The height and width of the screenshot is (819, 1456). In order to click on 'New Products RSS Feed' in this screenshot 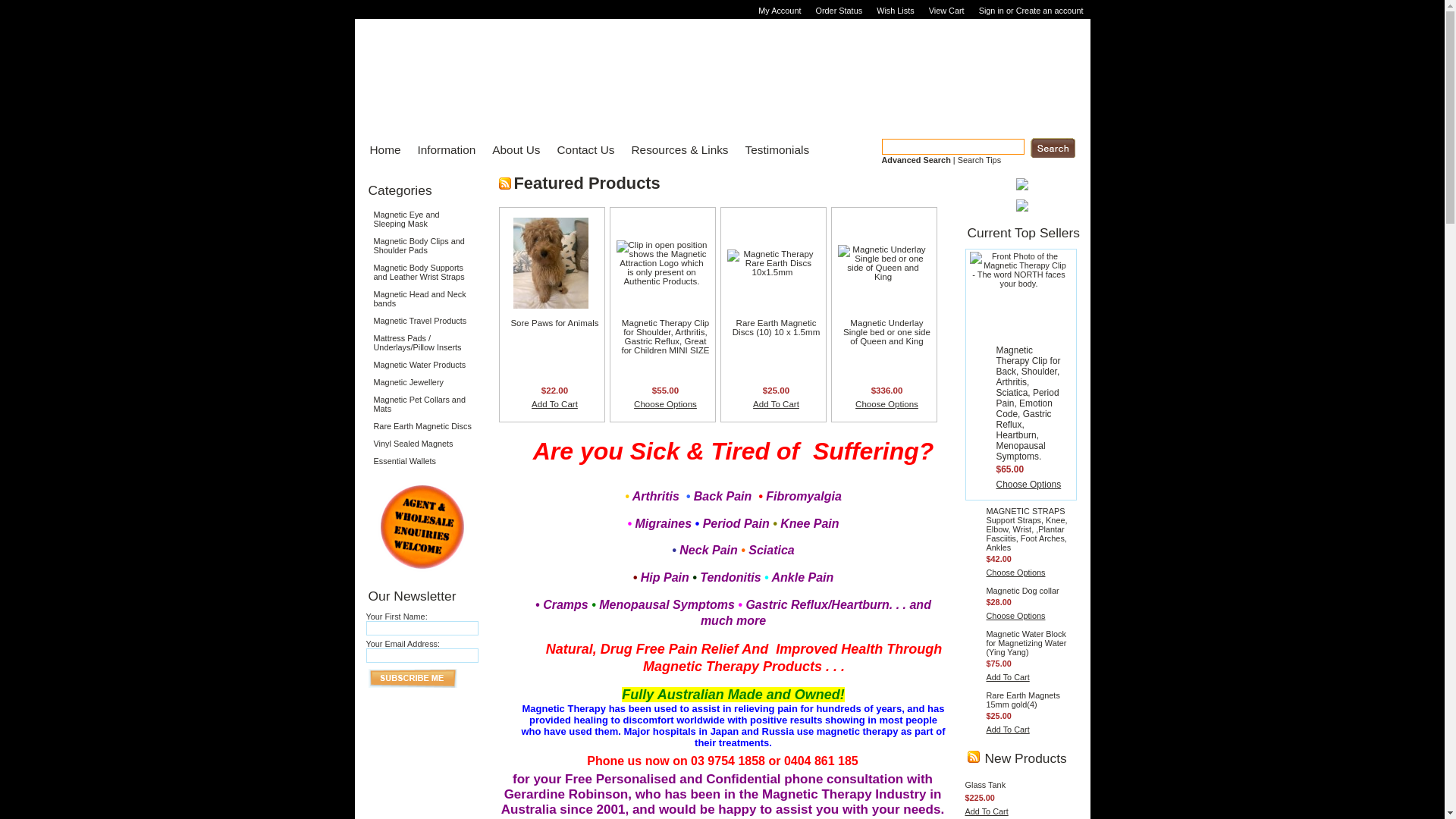, I will do `click(967, 757)`.